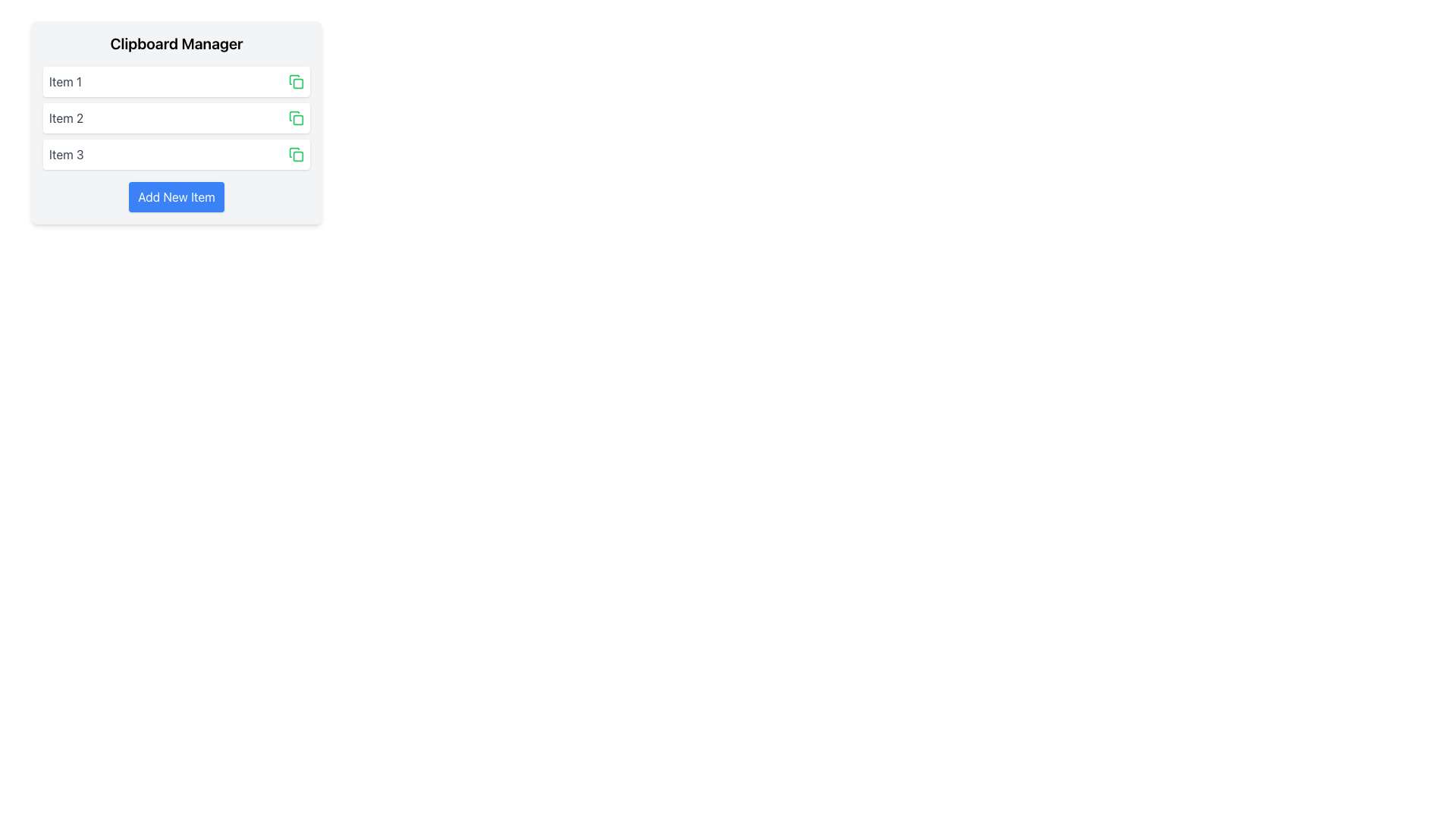  I want to click on the green icon located to the right of the 'Item 1' label in the Clipboard Manager, so click(296, 82).